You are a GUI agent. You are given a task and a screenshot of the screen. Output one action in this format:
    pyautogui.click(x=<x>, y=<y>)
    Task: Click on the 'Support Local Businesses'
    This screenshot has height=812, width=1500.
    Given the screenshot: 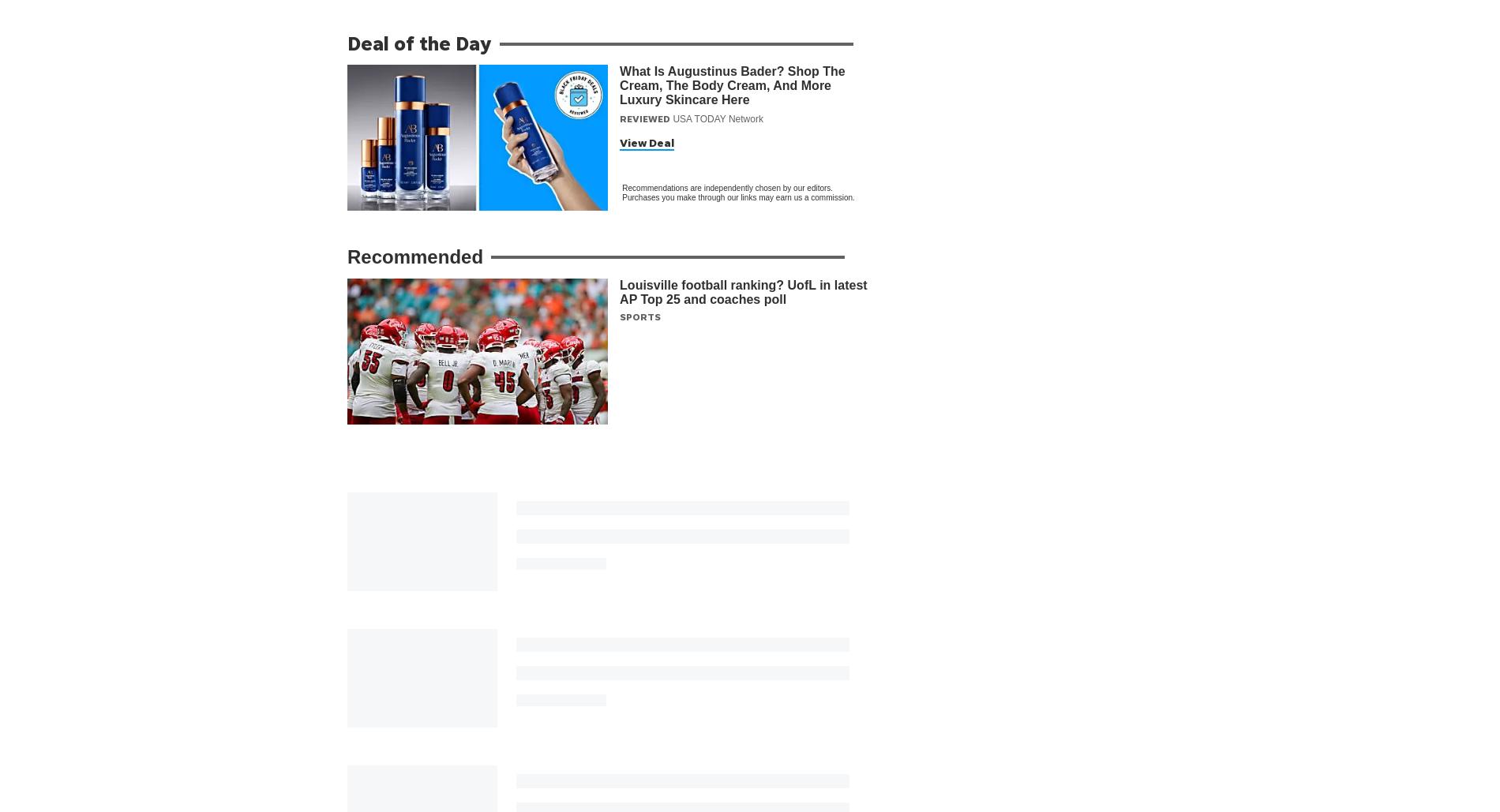 What is the action you would take?
    pyautogui.click(x=638, y=750)
    